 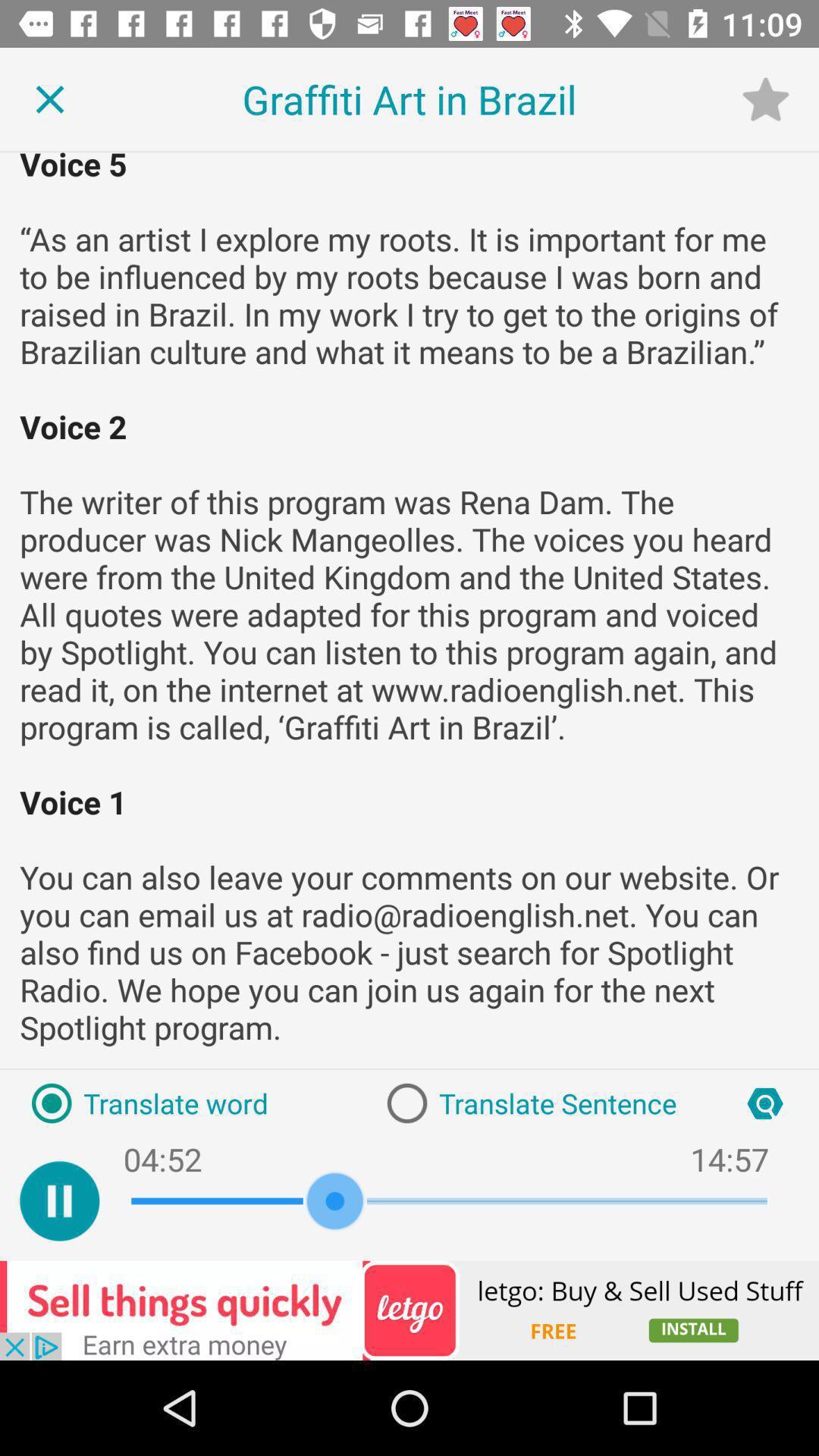 What do you see at coordinates (765, 98) in the screenshot?
I see `the star icon` at bounding box center [765, 98].